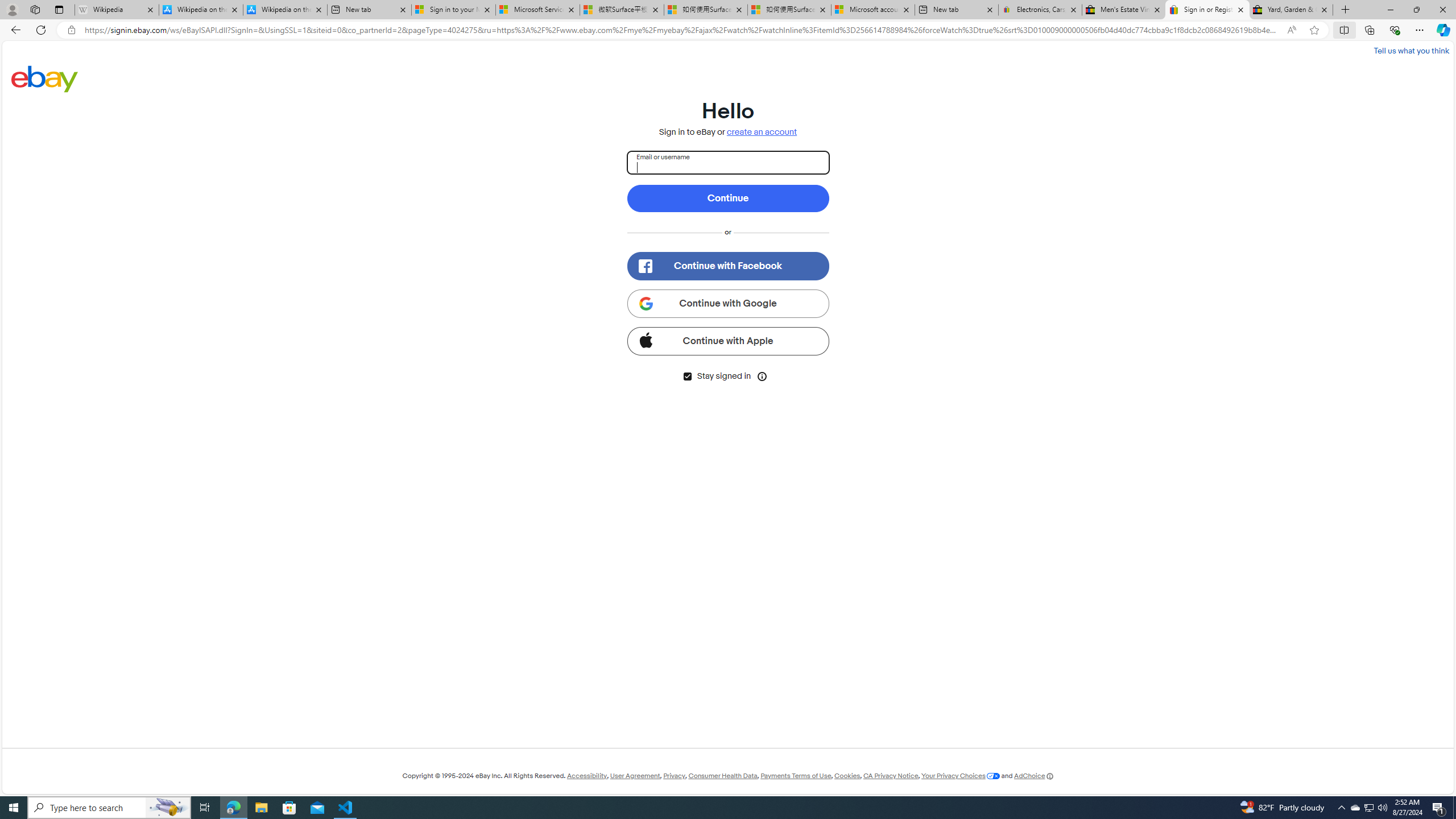  What do you see at coordinates (1206, 9) in the screenshot?
I see `'Sign in or Register | eBay'` at bounding box center [1206, 9].